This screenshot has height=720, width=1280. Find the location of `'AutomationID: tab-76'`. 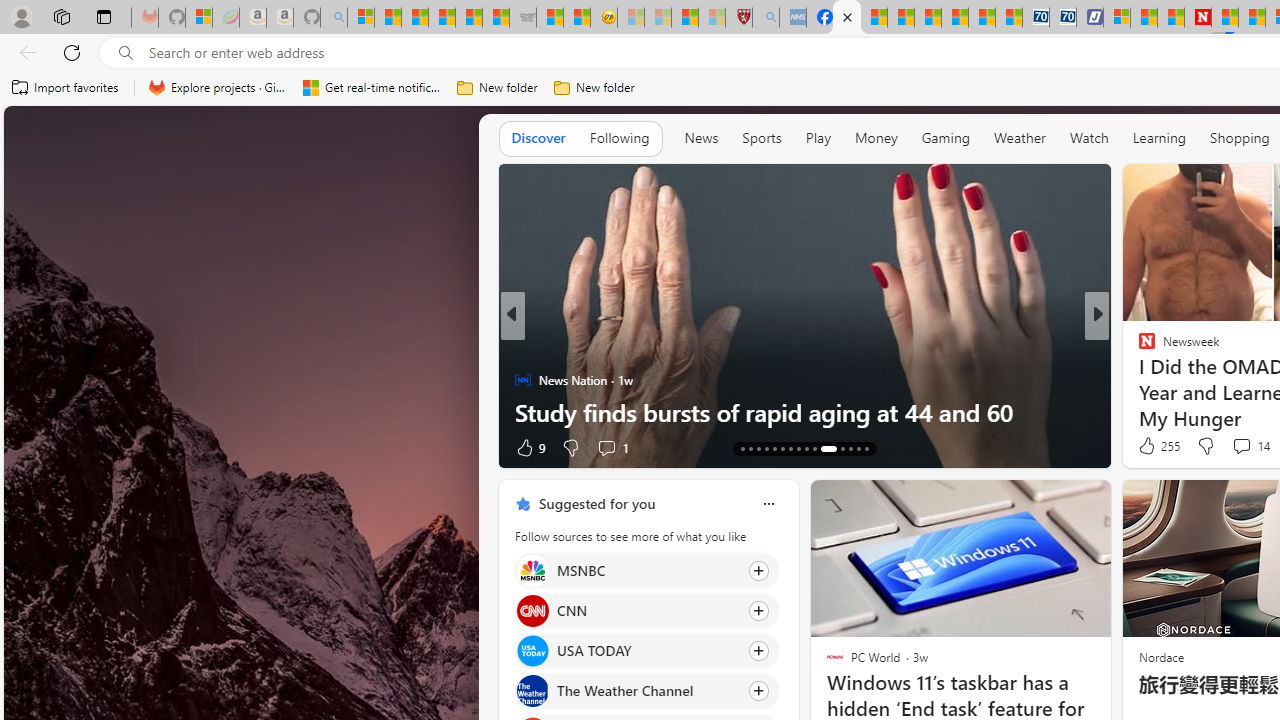

'AutomationID: tab-76' is located at coordinates (822, 447).